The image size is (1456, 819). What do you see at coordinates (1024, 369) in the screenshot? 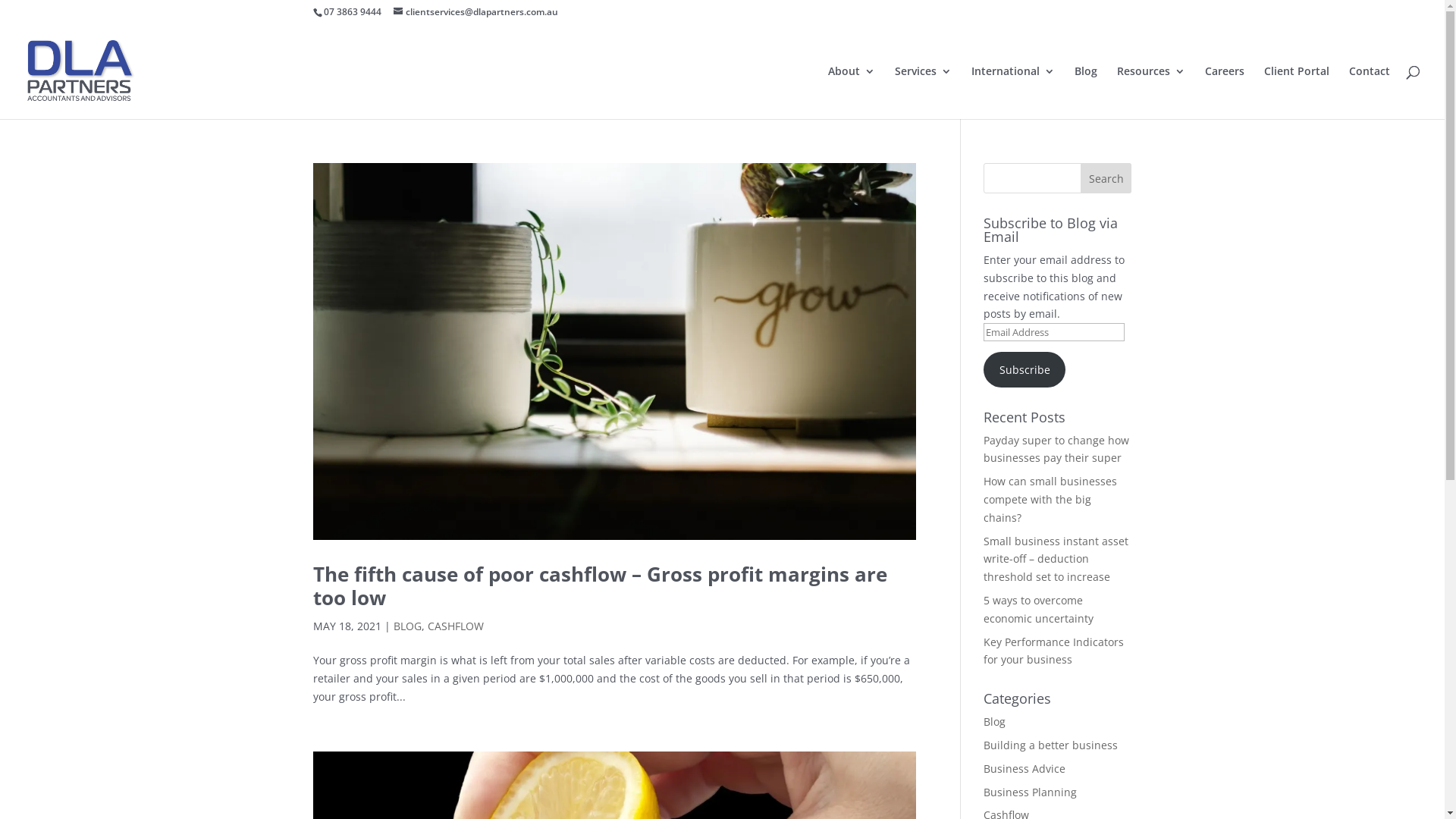
I see `'Subscribe'` at bounding box center [1024, 369].